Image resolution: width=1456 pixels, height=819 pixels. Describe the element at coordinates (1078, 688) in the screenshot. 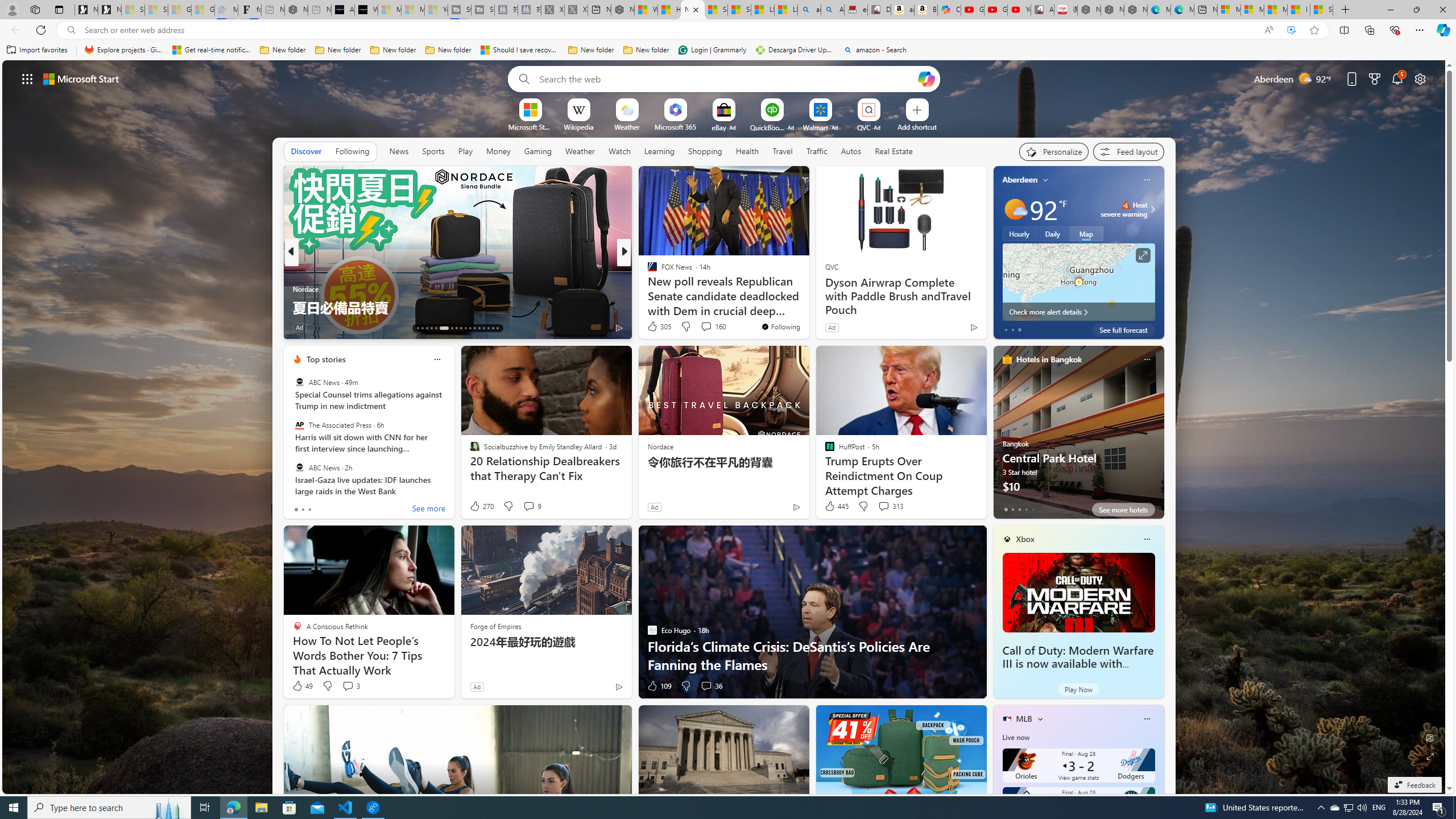

I see `'Play Now'` at that location.